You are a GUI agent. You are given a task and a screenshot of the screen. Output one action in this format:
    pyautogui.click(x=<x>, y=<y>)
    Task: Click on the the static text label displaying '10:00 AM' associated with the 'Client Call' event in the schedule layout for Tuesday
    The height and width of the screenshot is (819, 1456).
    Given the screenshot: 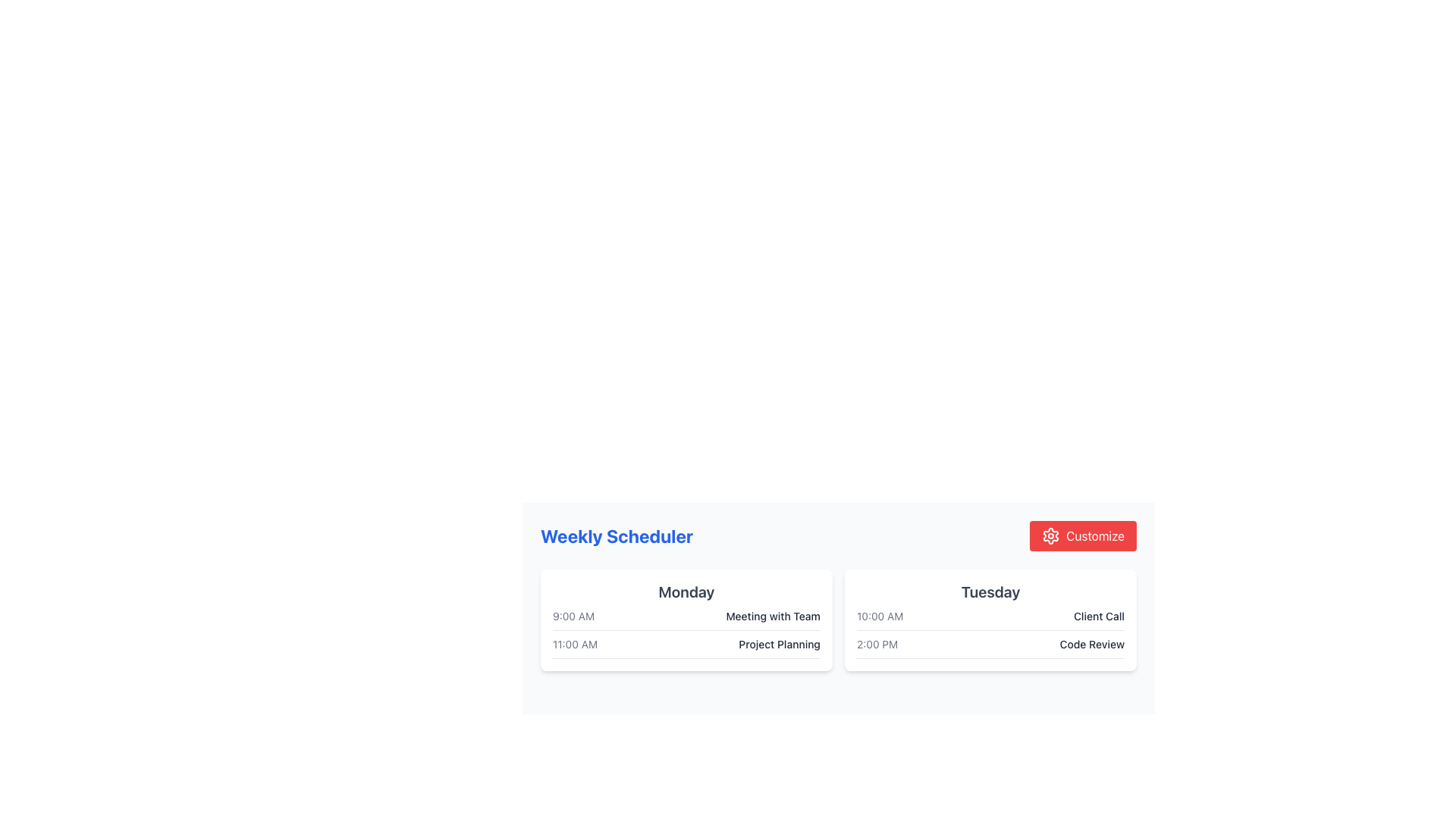 What is the action you would take?
    pyautogui.click(x=880, y=617)
    